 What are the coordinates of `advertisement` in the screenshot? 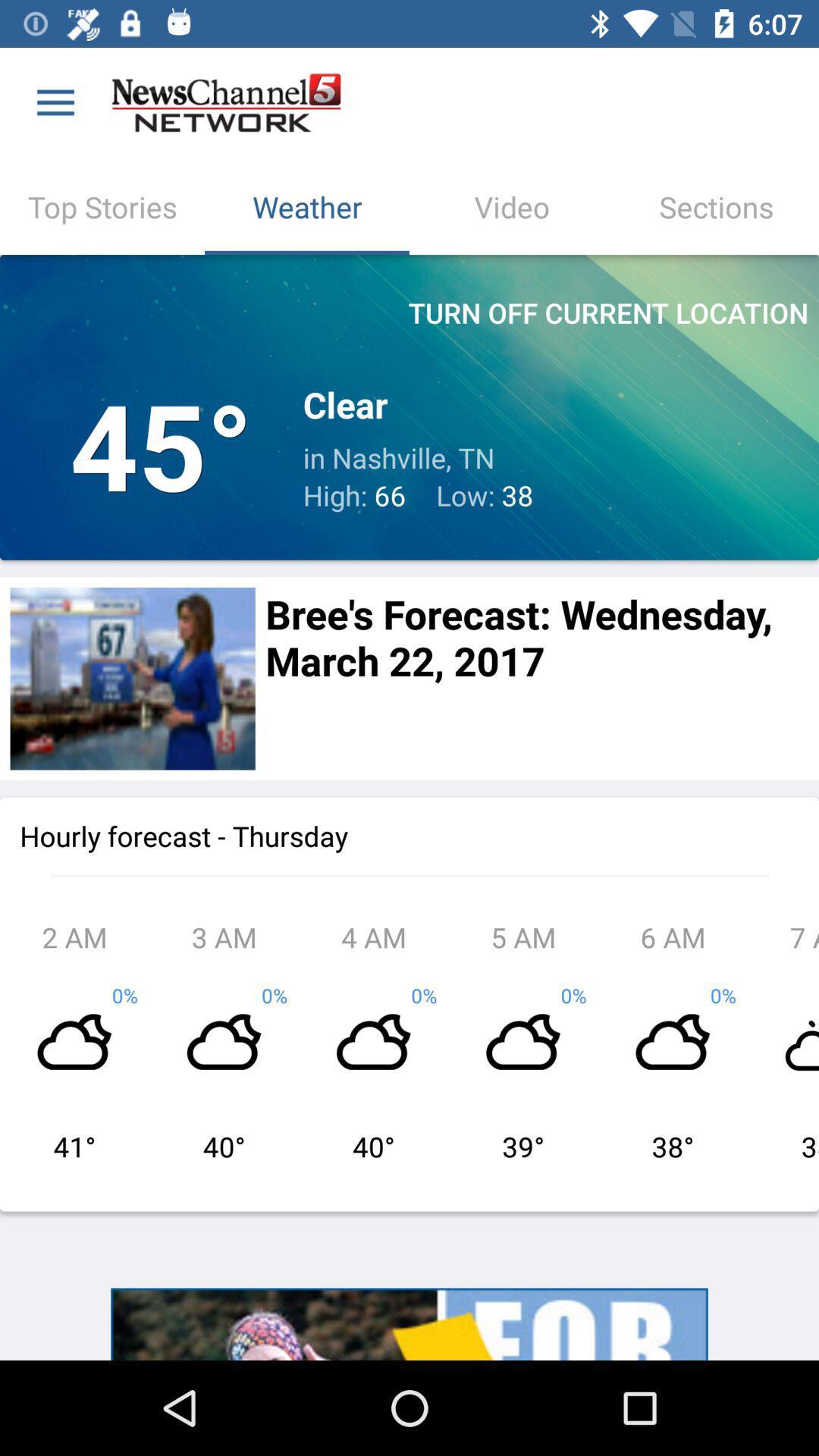 It's located at (409, 1323).